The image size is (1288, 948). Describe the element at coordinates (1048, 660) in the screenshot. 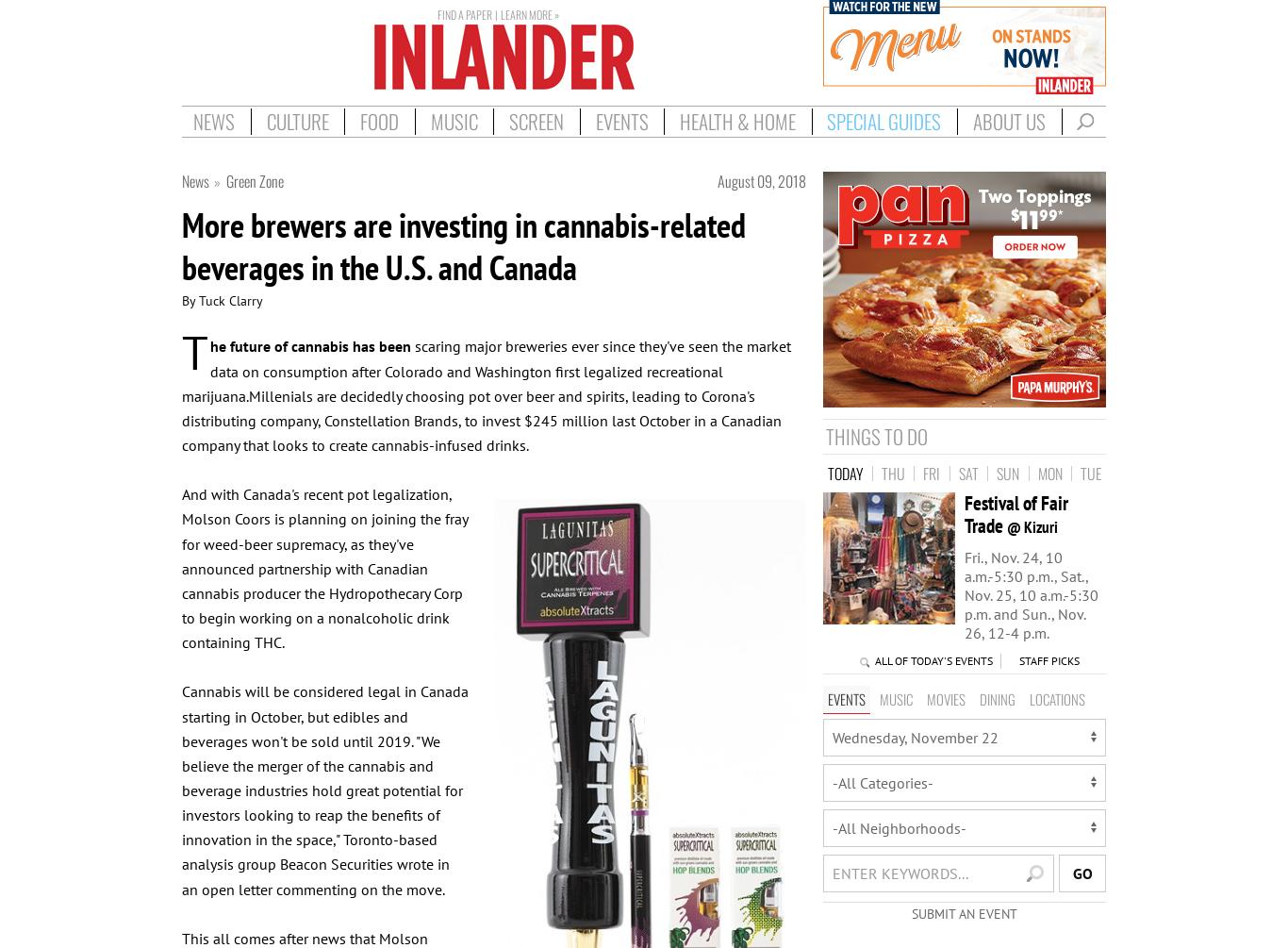

I see `'Staff Picks'` at that location.